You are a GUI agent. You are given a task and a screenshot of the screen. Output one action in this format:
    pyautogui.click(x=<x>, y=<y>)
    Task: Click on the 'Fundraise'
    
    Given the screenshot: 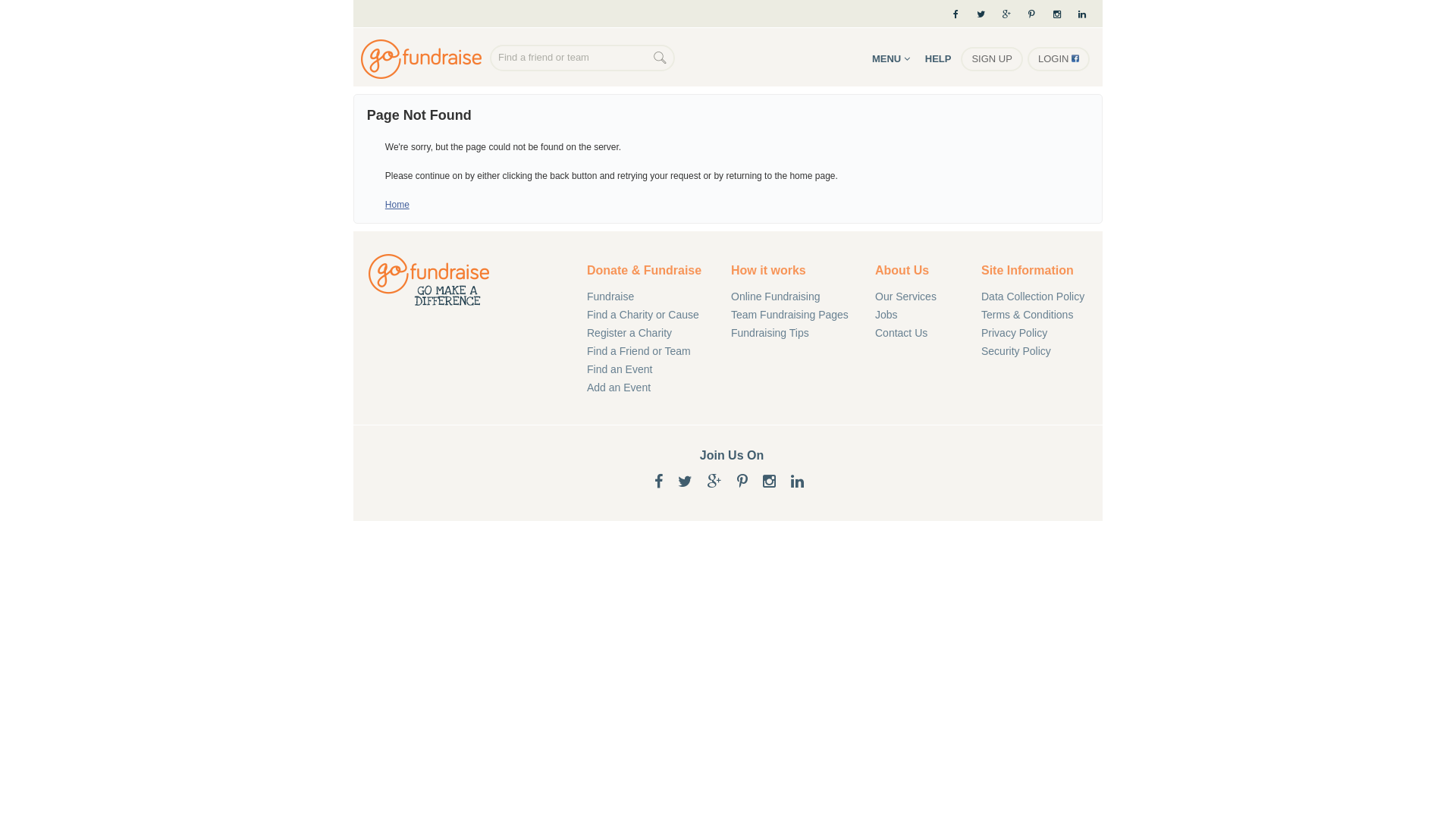 What is the action you would take?
    pyautogui.click(x=585, y=296)
    